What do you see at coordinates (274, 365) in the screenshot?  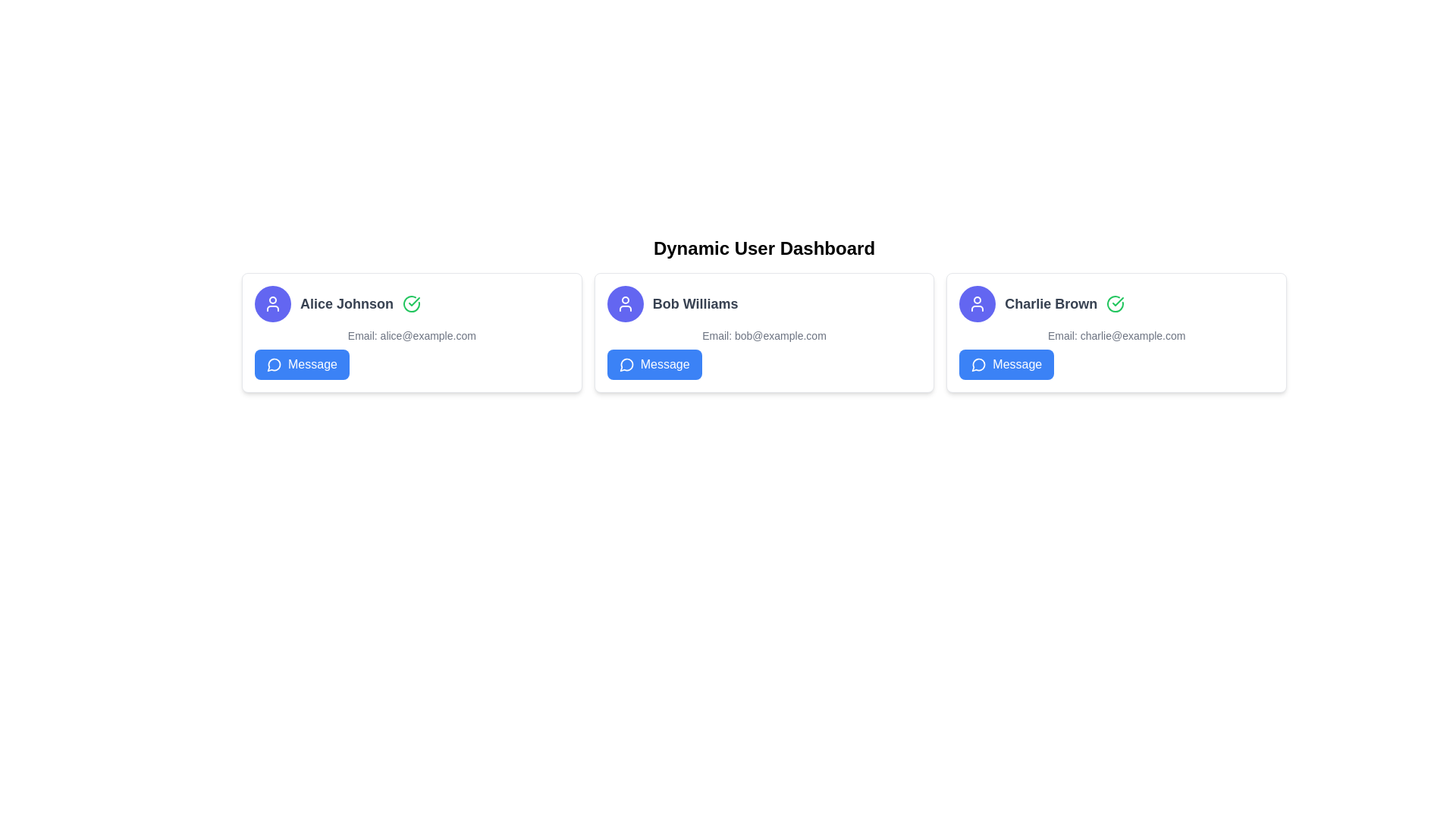 I see `the Icon or SVG graphical element located within the 'Message' button for 'Alice Johnson', which visually complements the text 'Message'` at bounding box center [274, 365].